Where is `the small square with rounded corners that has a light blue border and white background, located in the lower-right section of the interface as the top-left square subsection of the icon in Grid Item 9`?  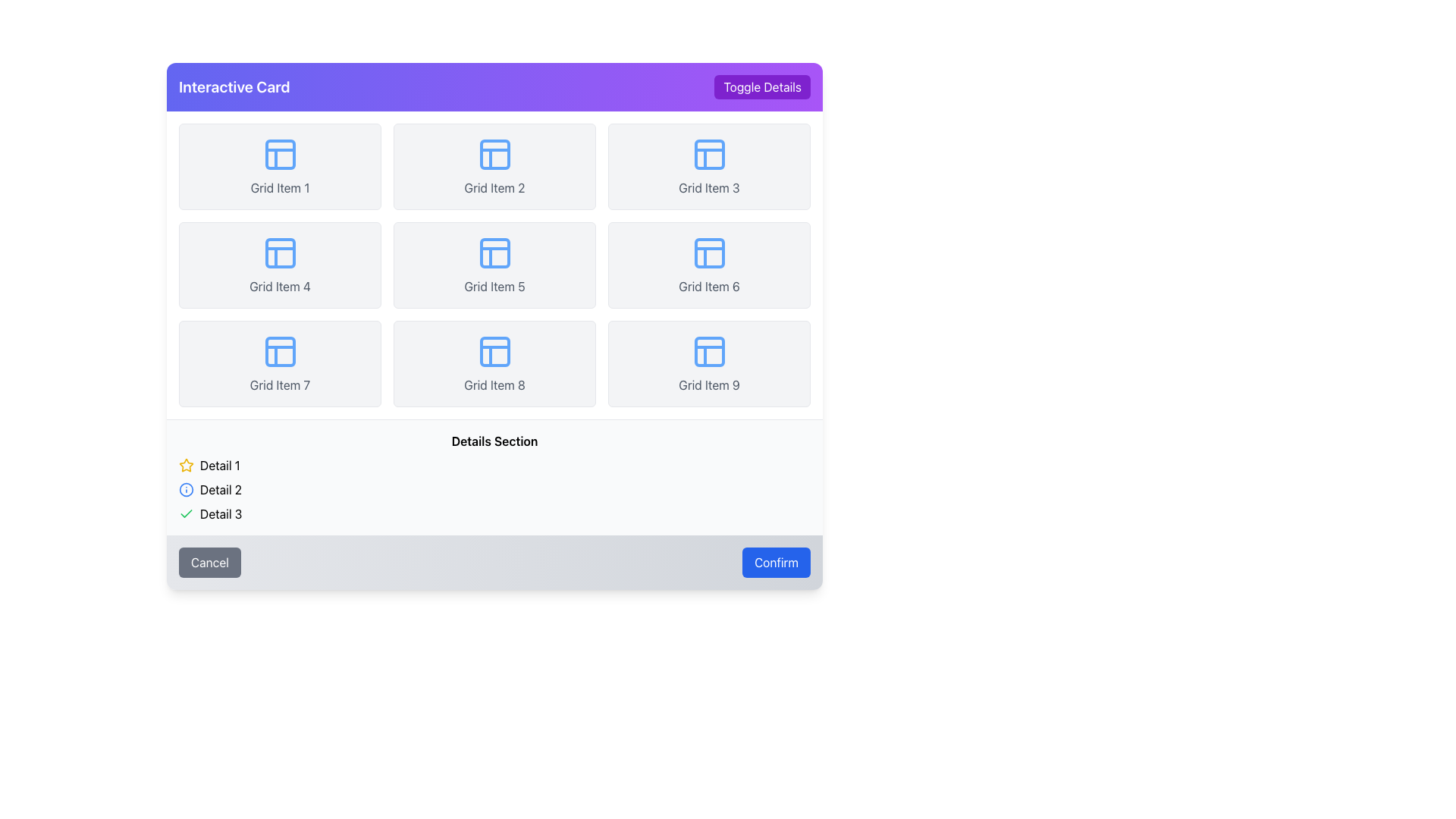 the small square with rounded corners that has a light blue border and white background, located in the lower-right section of the interface as the top-left square subsection of the icon in Grid Item 9 is located at coordinates (708, 351).